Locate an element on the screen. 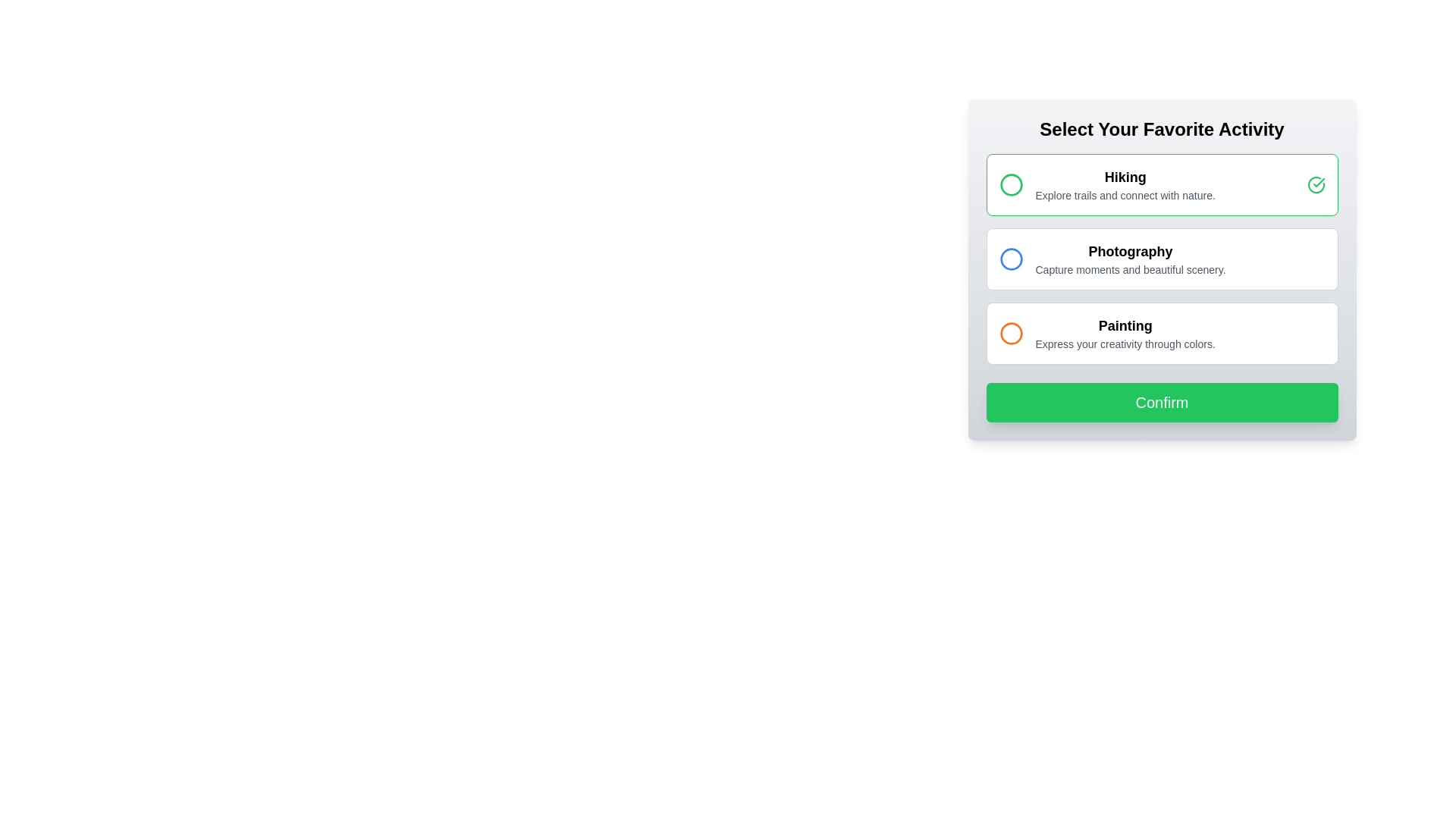  the 'Painting' radio button located in the third row under 'Select Your Favorite Activity', which serves to indicate the selected option within a list of choices is located at coordinates (1011, 332).